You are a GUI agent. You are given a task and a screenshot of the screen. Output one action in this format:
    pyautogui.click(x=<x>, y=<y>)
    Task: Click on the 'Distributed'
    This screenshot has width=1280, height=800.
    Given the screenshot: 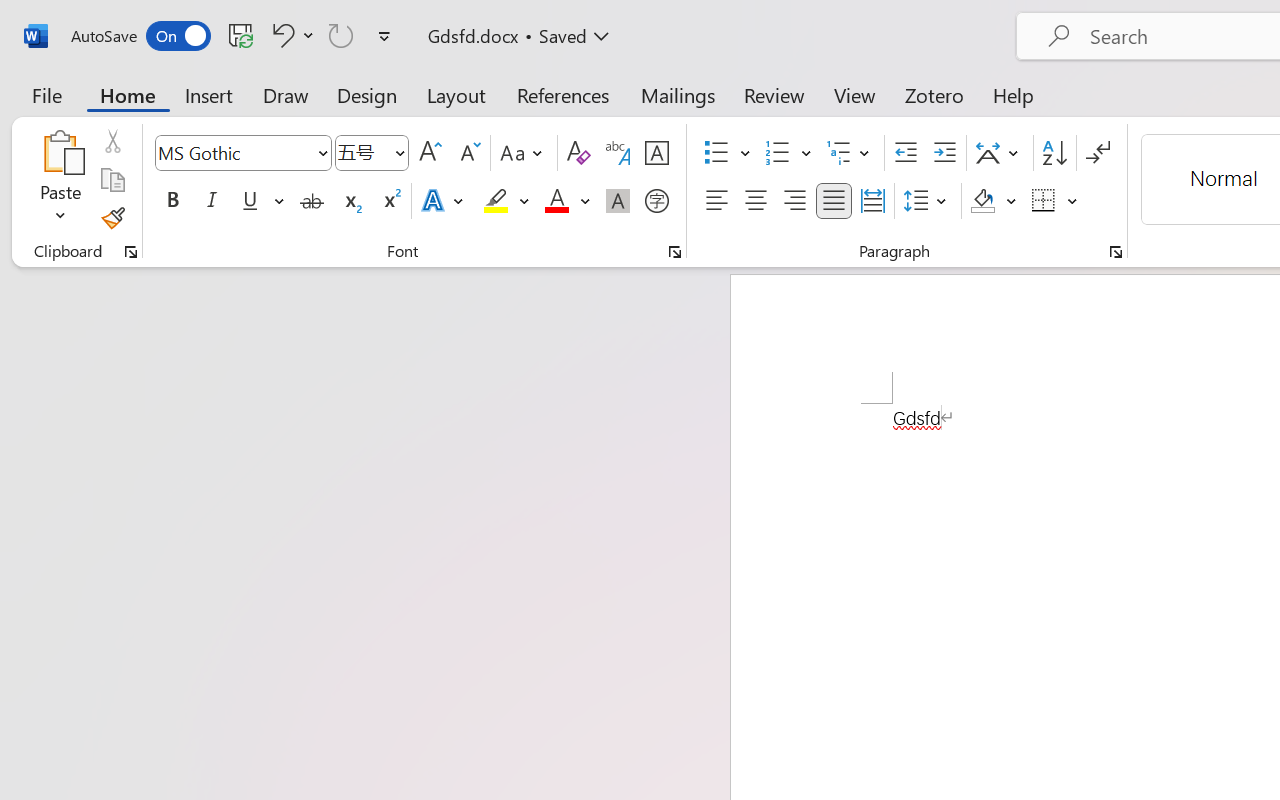 What is the action you would take?
    pyautogui.click(x=872, y=201)
    